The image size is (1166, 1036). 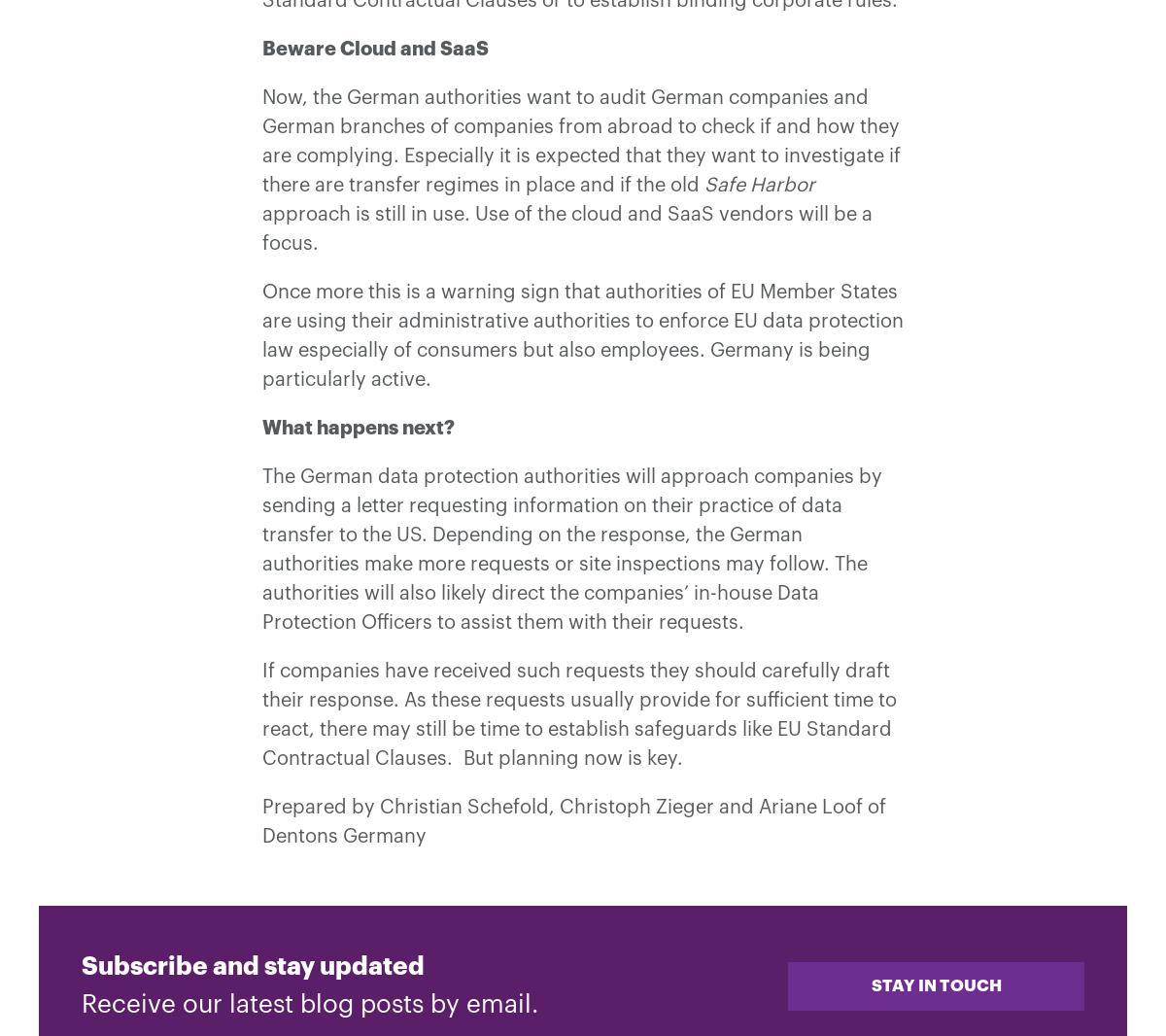 I want to click on 'If companies have received such requests they should carefully draft their response. As these requests usually provide for sufficient time to react, there may still be time to establish safeguards like EU Standard Contractual Clauses.  But planning now is key.', so click(x=578, y=713).